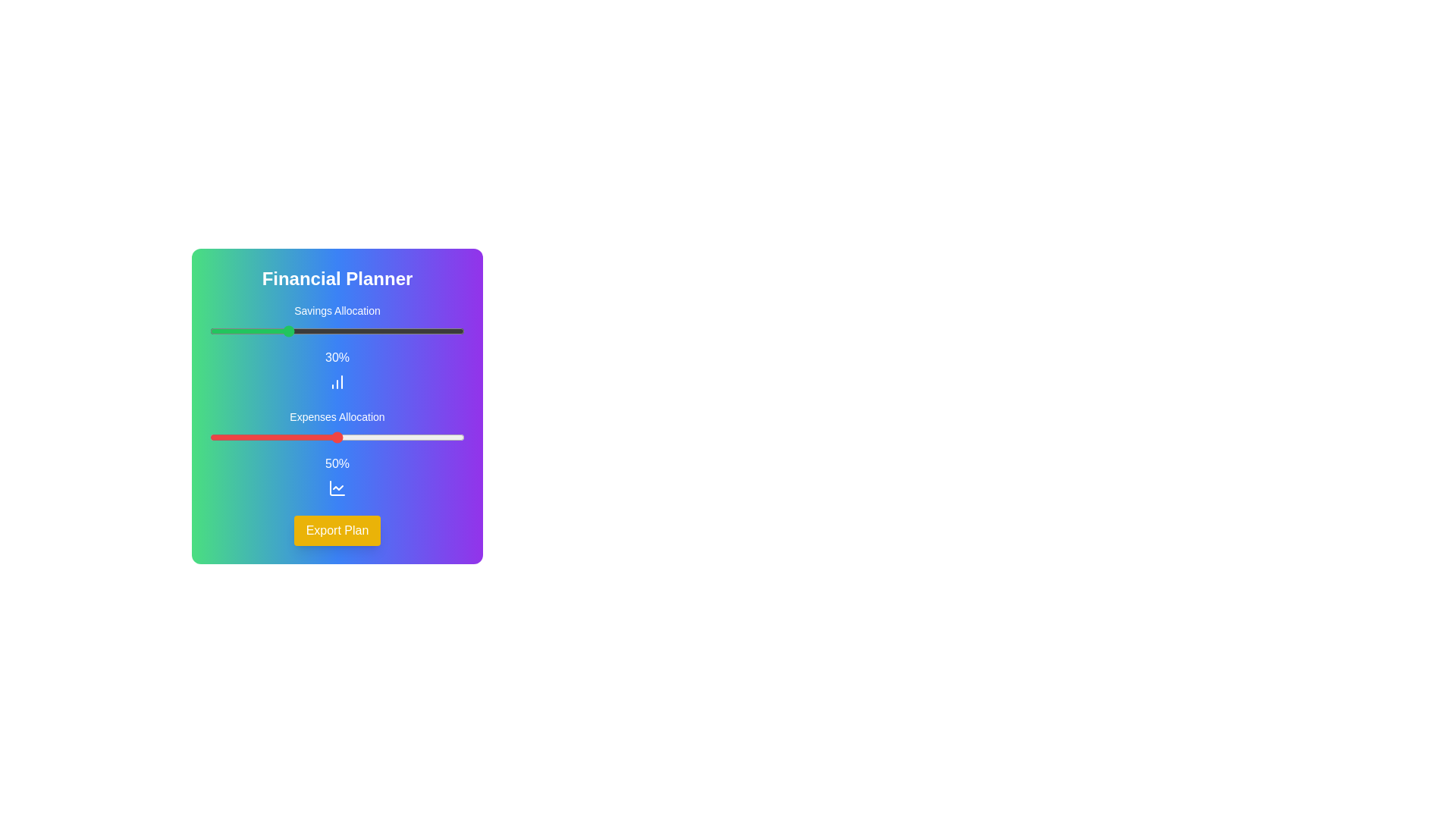 Image resolution: width=1456 pixels, height=819 pixels. I want to click on the expenses allocation slider, so click(383, 438).